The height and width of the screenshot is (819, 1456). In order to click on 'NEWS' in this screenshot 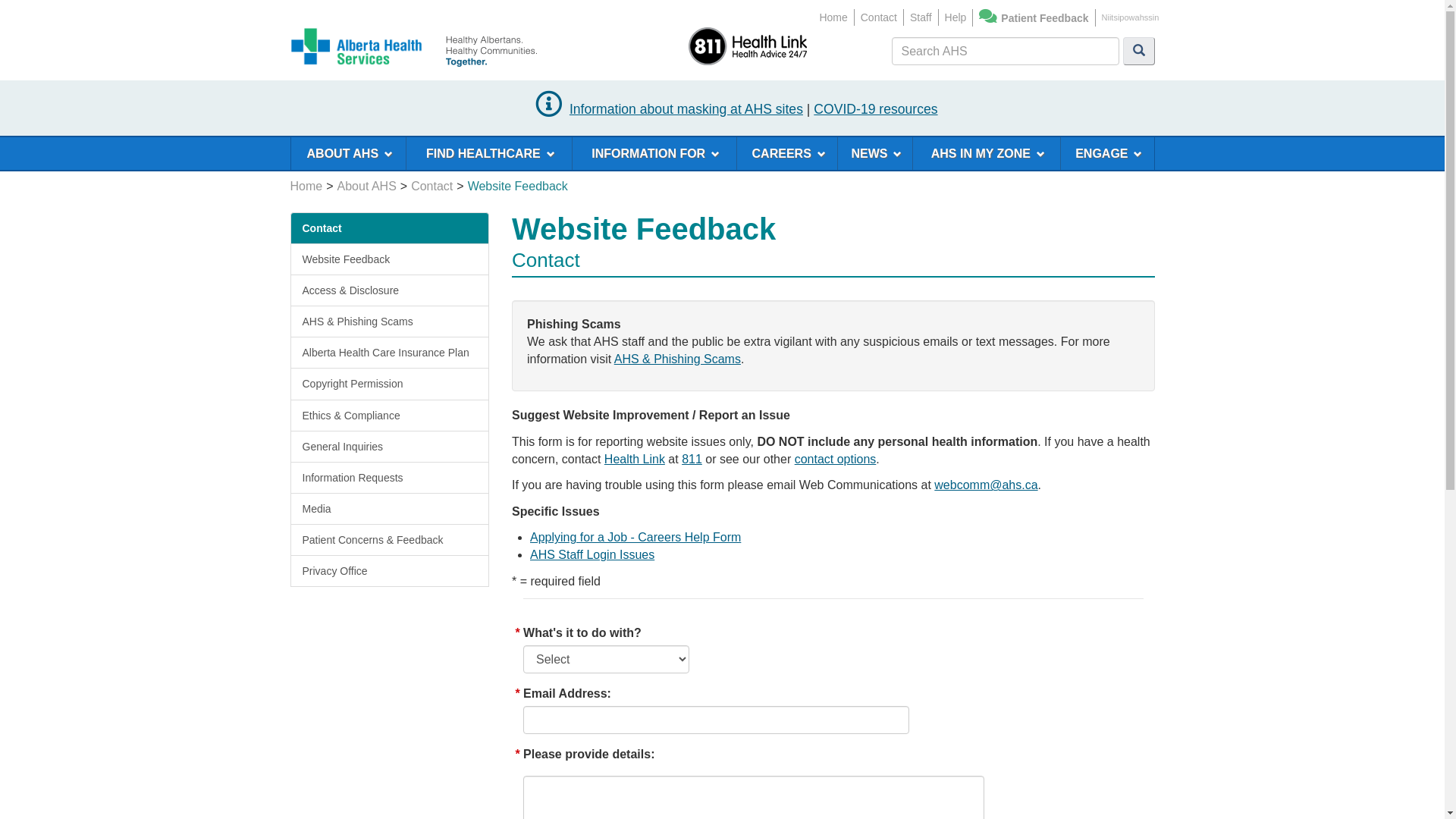, I will do `click(836, 153)`.